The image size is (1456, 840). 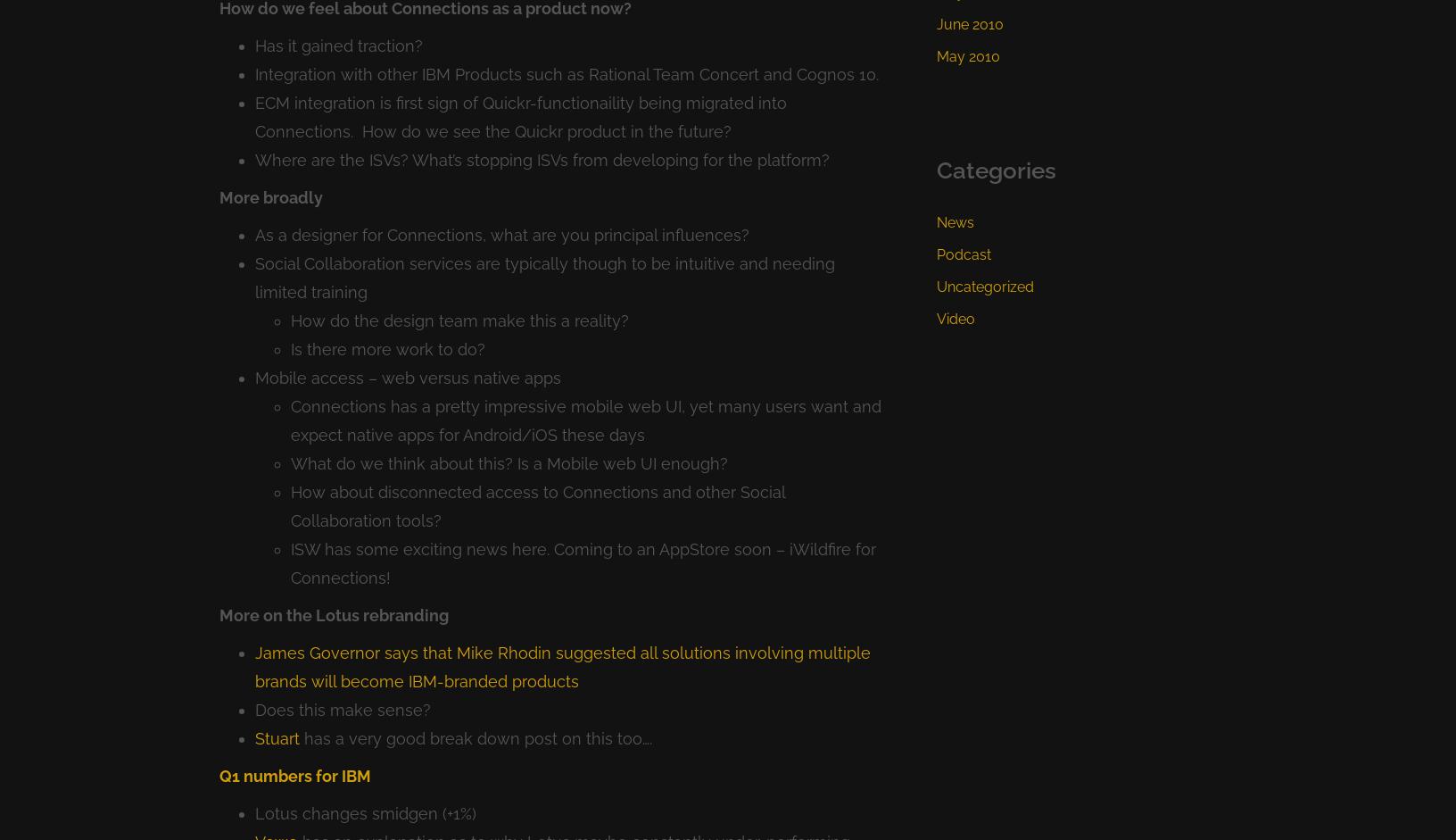 What do you see at coordinates (364, 811) in the screenshot?
I see `'Lotus changes smidgen (+1%)'` at bounding box center [364, 811].